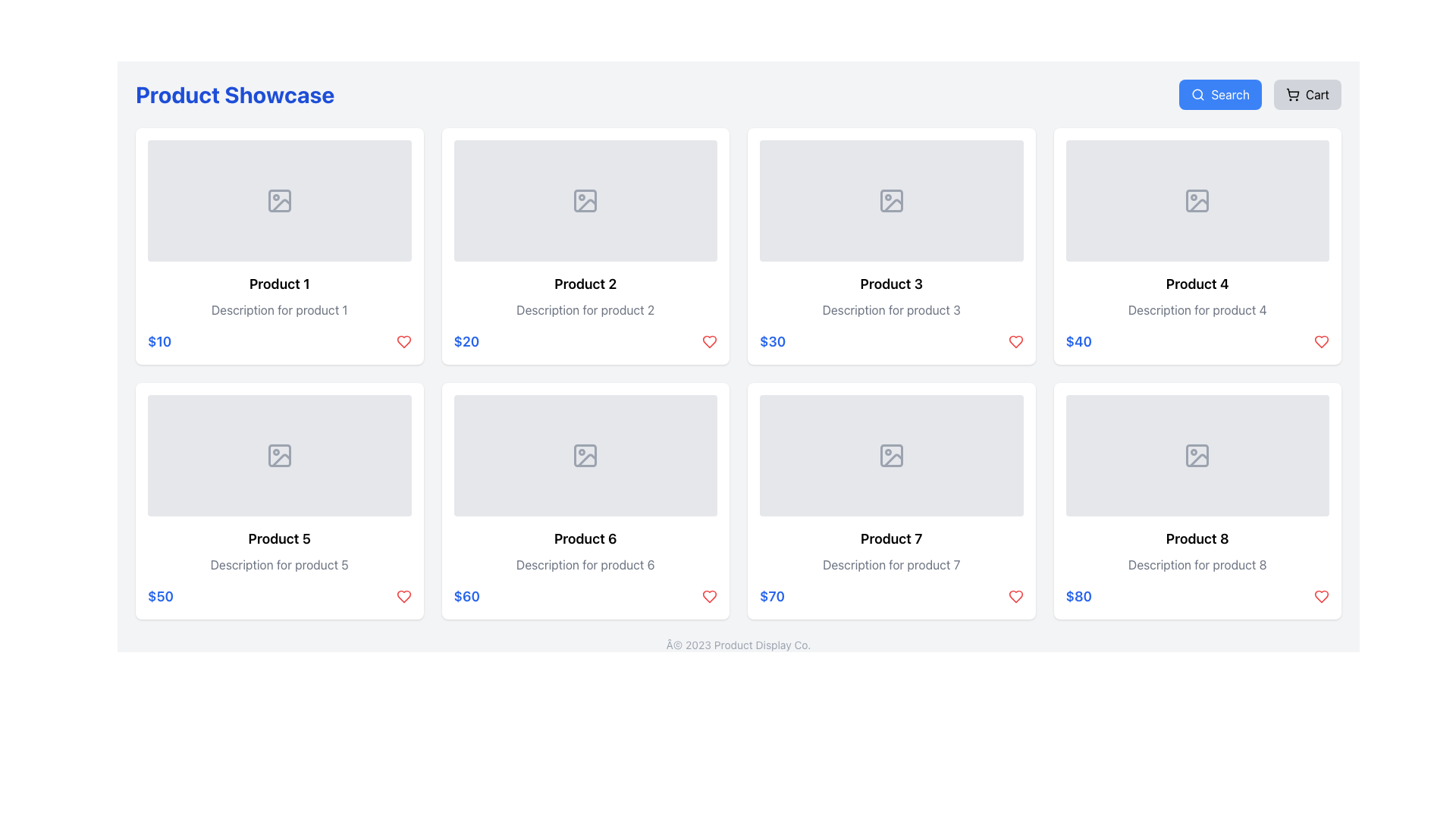 Image resolution: width=1456 pixels, height=819 pixels. I want to click on the missing image icon for 'Product 4', located in the top right part of the product's rectangular image area, so click(1198, 206).